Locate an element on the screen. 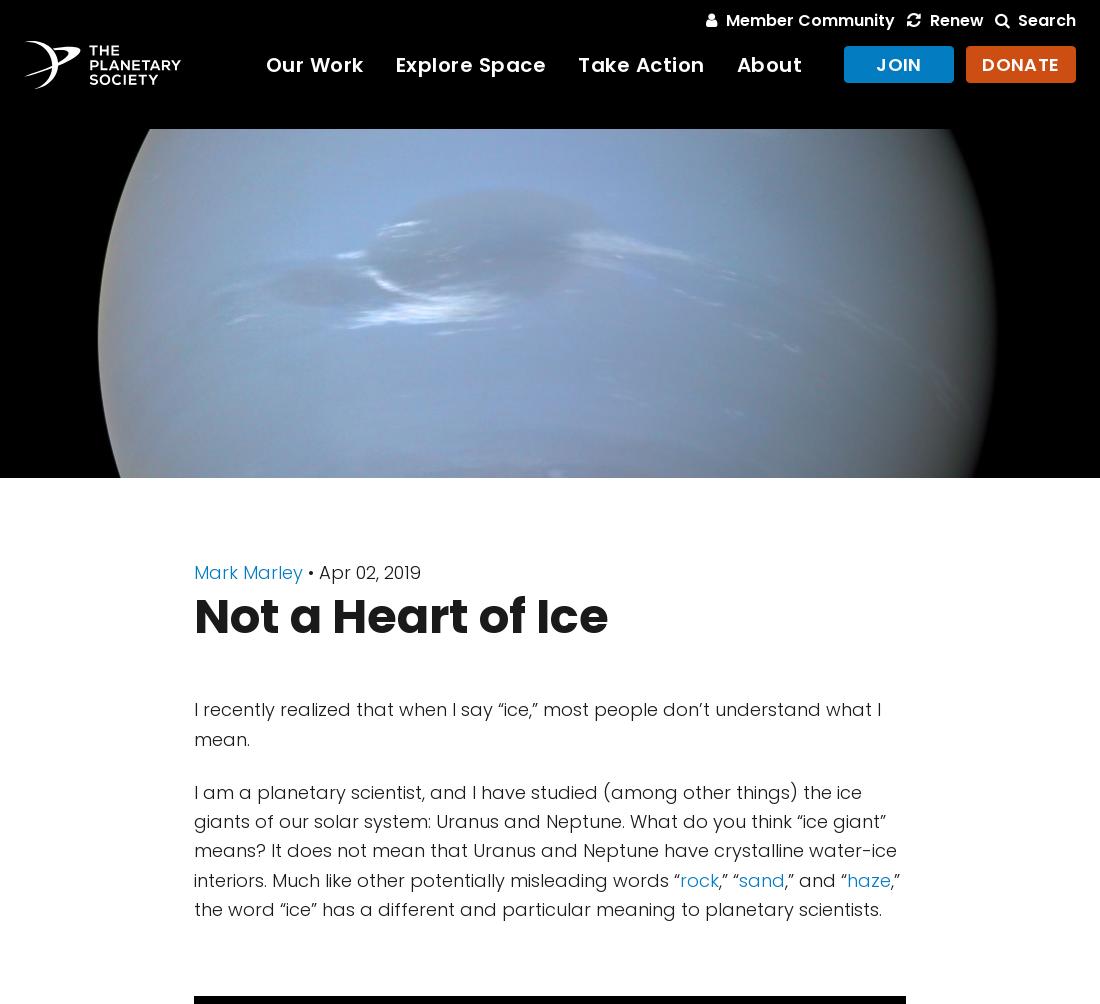 This screenshot has height=1004, width=1100. 'Apr 02, 2019' is located at coordinates (370, 572).